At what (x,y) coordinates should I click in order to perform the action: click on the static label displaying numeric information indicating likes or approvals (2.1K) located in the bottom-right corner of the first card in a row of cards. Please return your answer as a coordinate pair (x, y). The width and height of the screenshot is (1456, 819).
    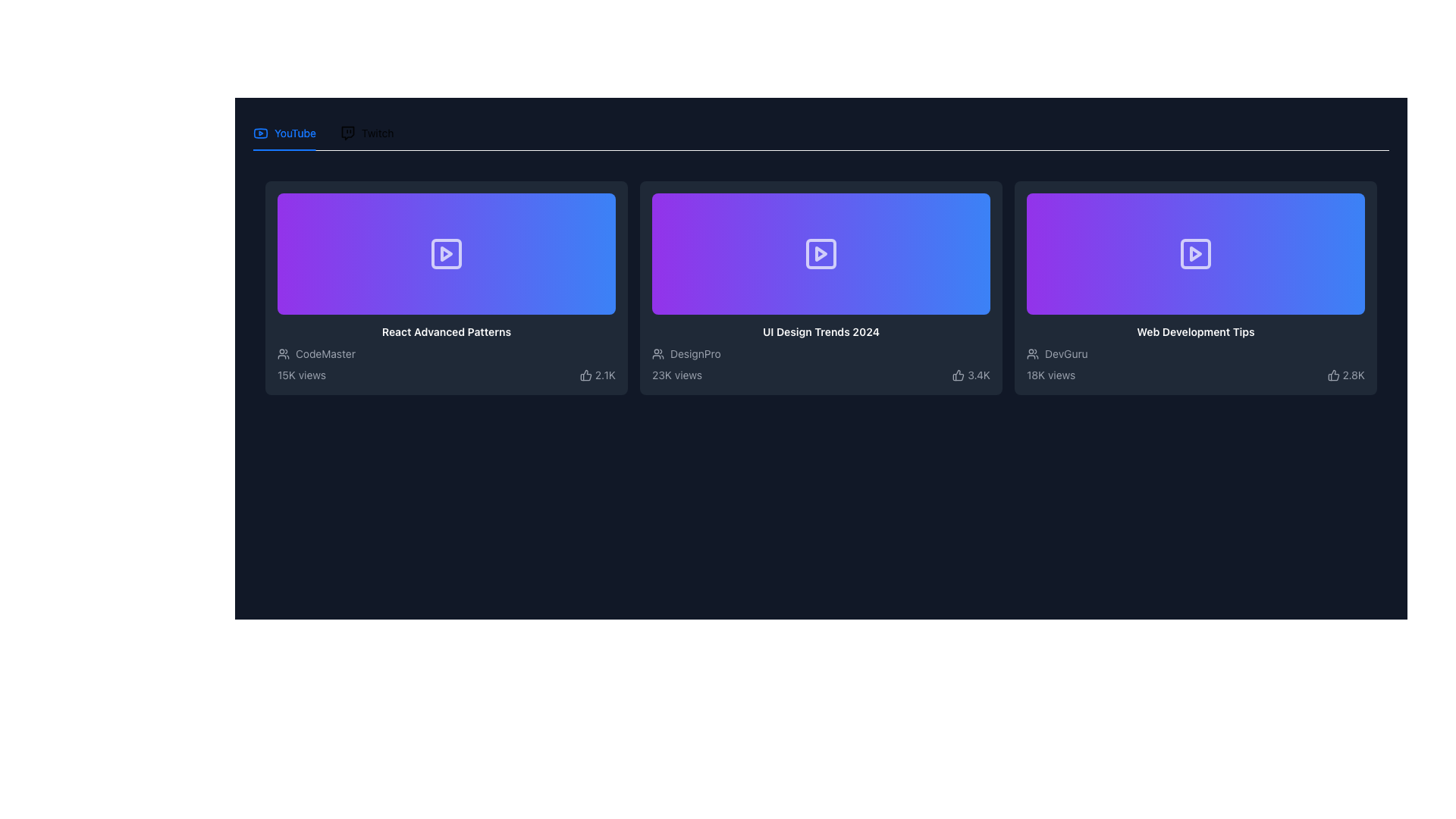
    Looking at the image, I should click on (604, 375).